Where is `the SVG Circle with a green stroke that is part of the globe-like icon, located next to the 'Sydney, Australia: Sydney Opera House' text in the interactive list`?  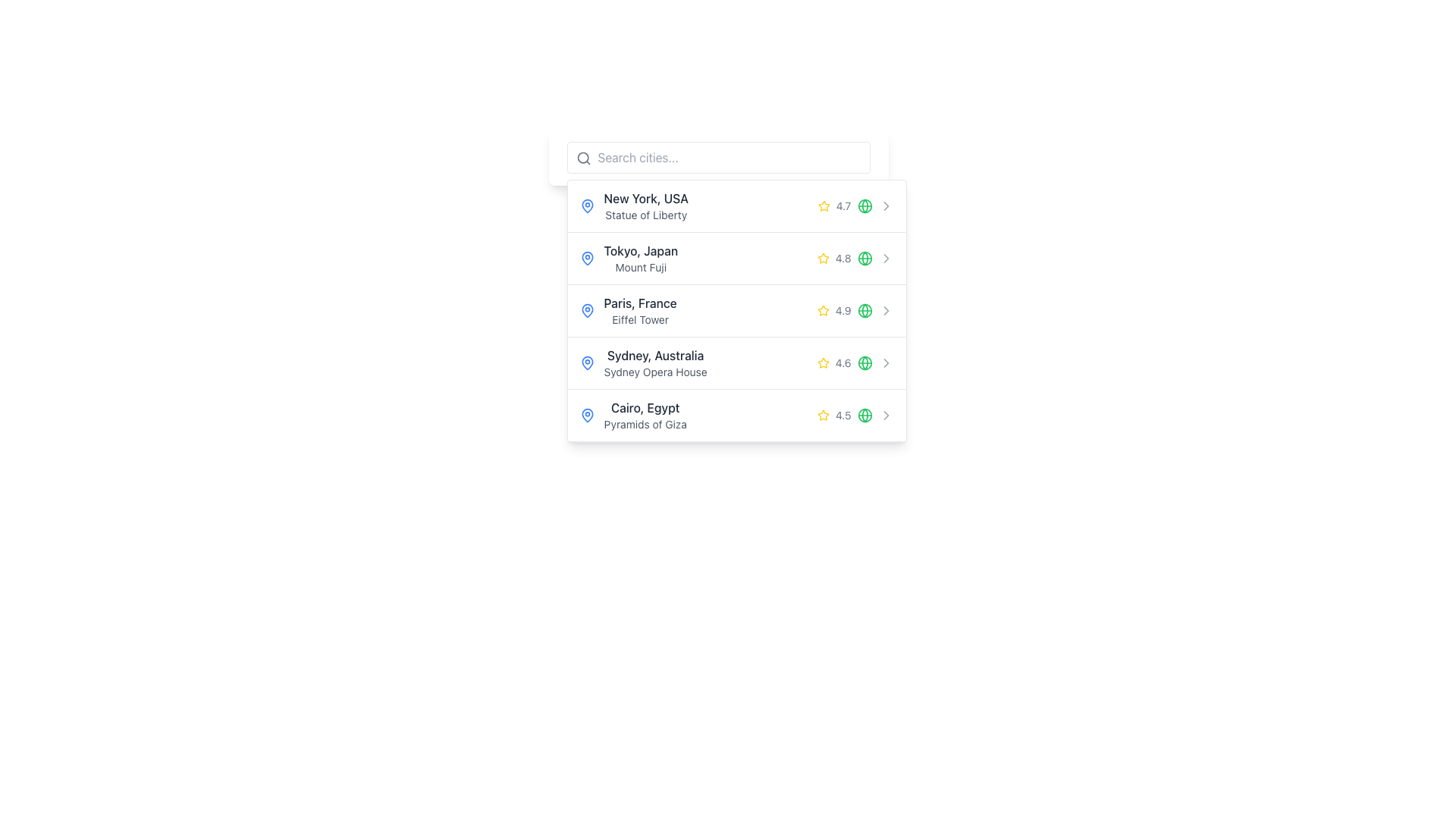
the SVG Circle with a green stroke that is part of the globe-like icon, located next to the 'Sydney, Australia: Sydney Opera House' text in the interactive list is located at coordinates (864, 415).